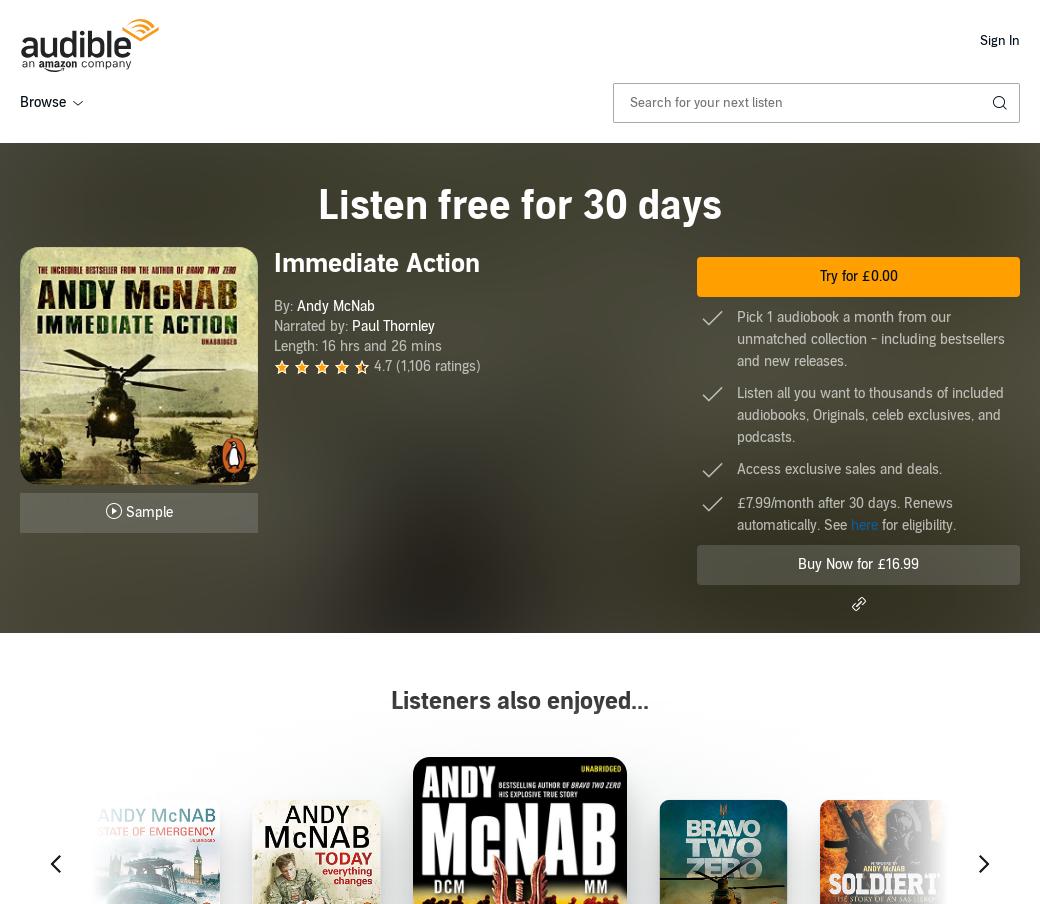 Image resolution: width=1040 pixels, height=904 pixels. Describe the element at coordinates (438, 365) in the screenshot. I see `'(1,106 ratings)'` at that location.